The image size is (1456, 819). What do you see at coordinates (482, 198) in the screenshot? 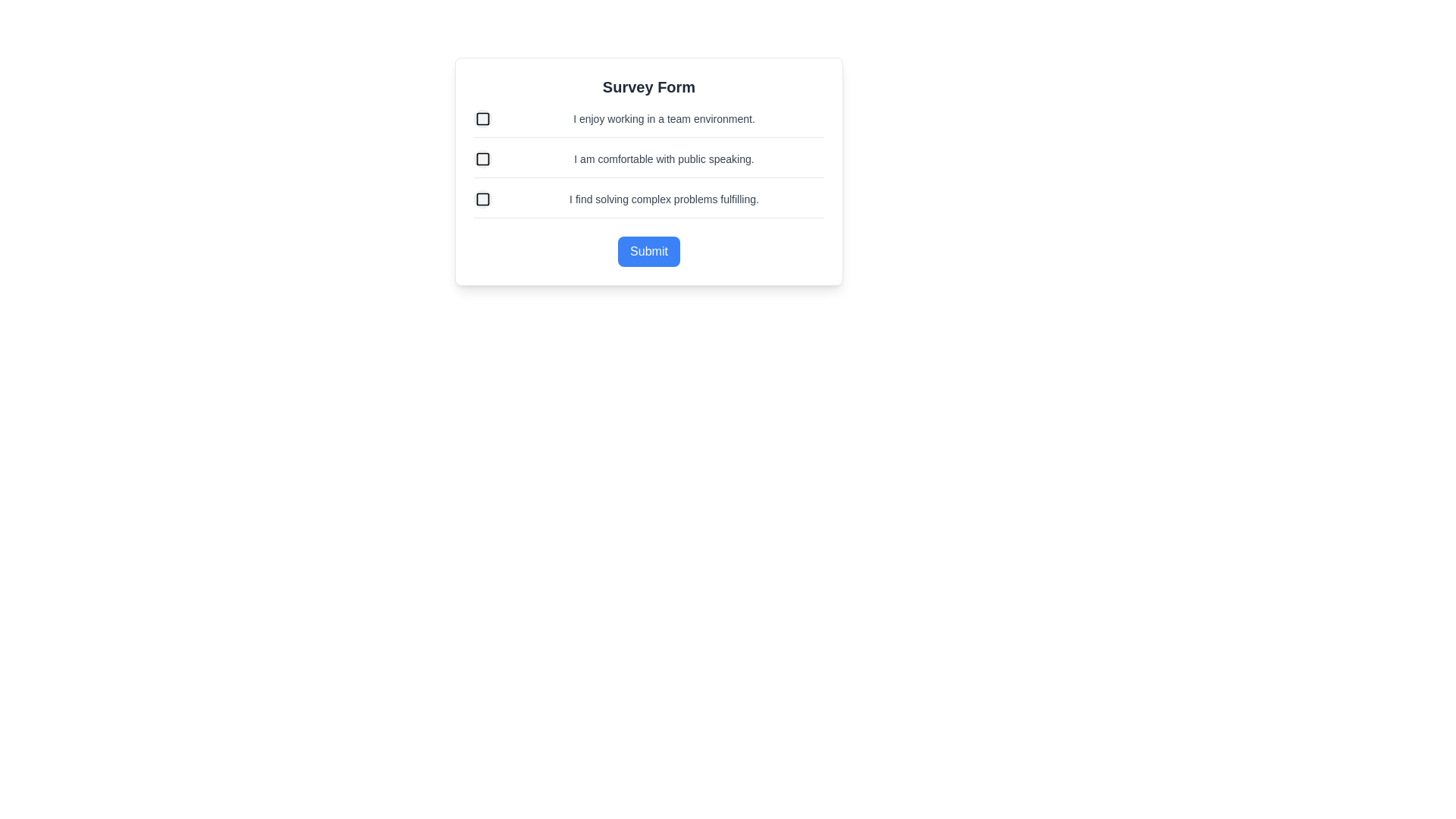
I see `the checkbox associated with the survey option 'I find solving complex problems fulfilling.'` at bounding box center [482, 198].